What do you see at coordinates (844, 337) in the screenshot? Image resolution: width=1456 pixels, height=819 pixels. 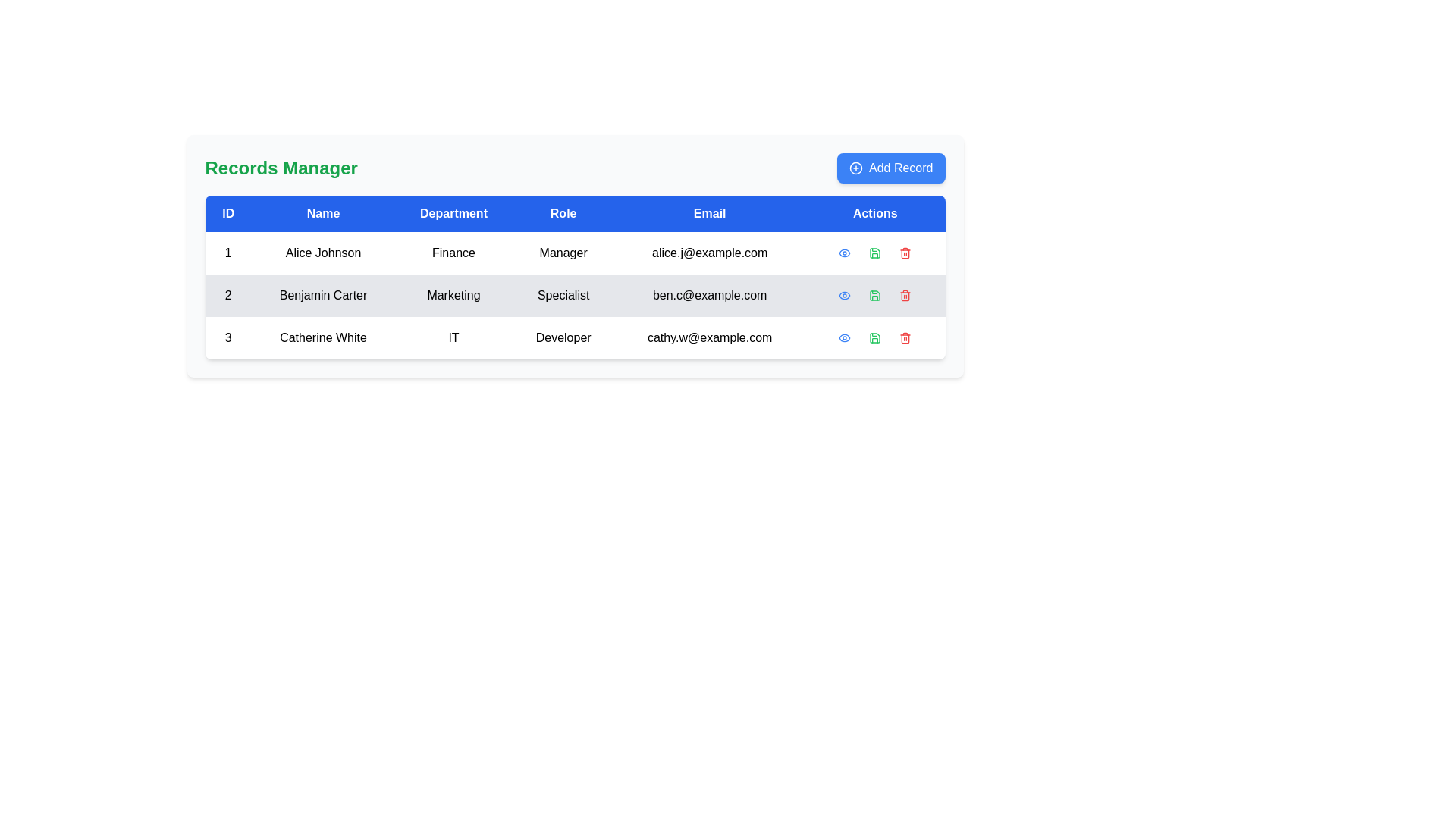 I see `the first button in the 'Actions' column of the third row in the table` at bounding box center [844, 337].